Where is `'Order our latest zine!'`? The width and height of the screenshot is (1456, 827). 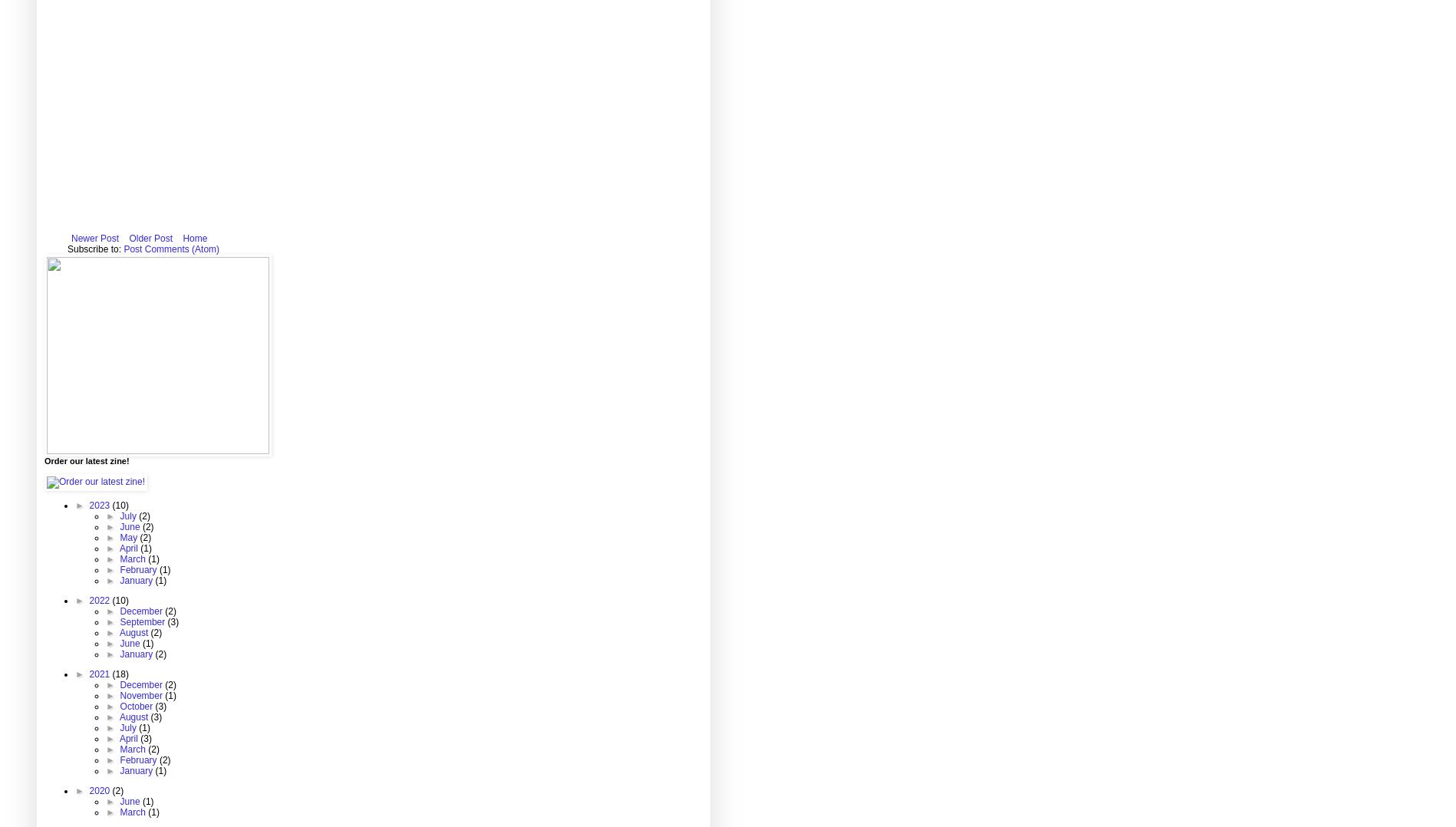 'Order our latest zine!' is located at coordinates (86, 460).